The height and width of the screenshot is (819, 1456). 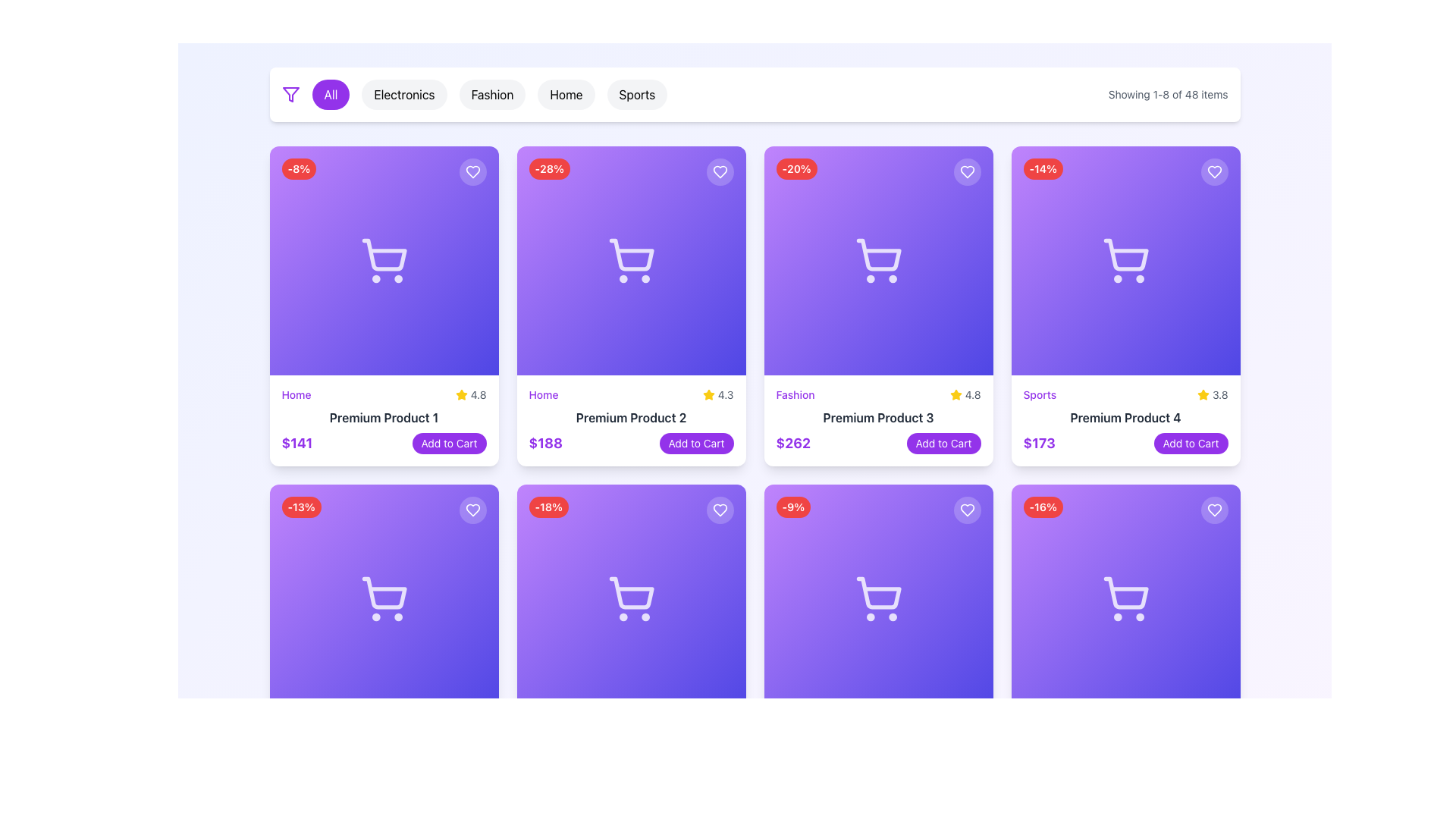 What do you see at coordinates (1190, 444) in the screenshot?
I see `the 'Add to Cart' button, a rectangular purple button with white text located in the bottom right section of the fourth product card` at bounding box center [1190, 444].